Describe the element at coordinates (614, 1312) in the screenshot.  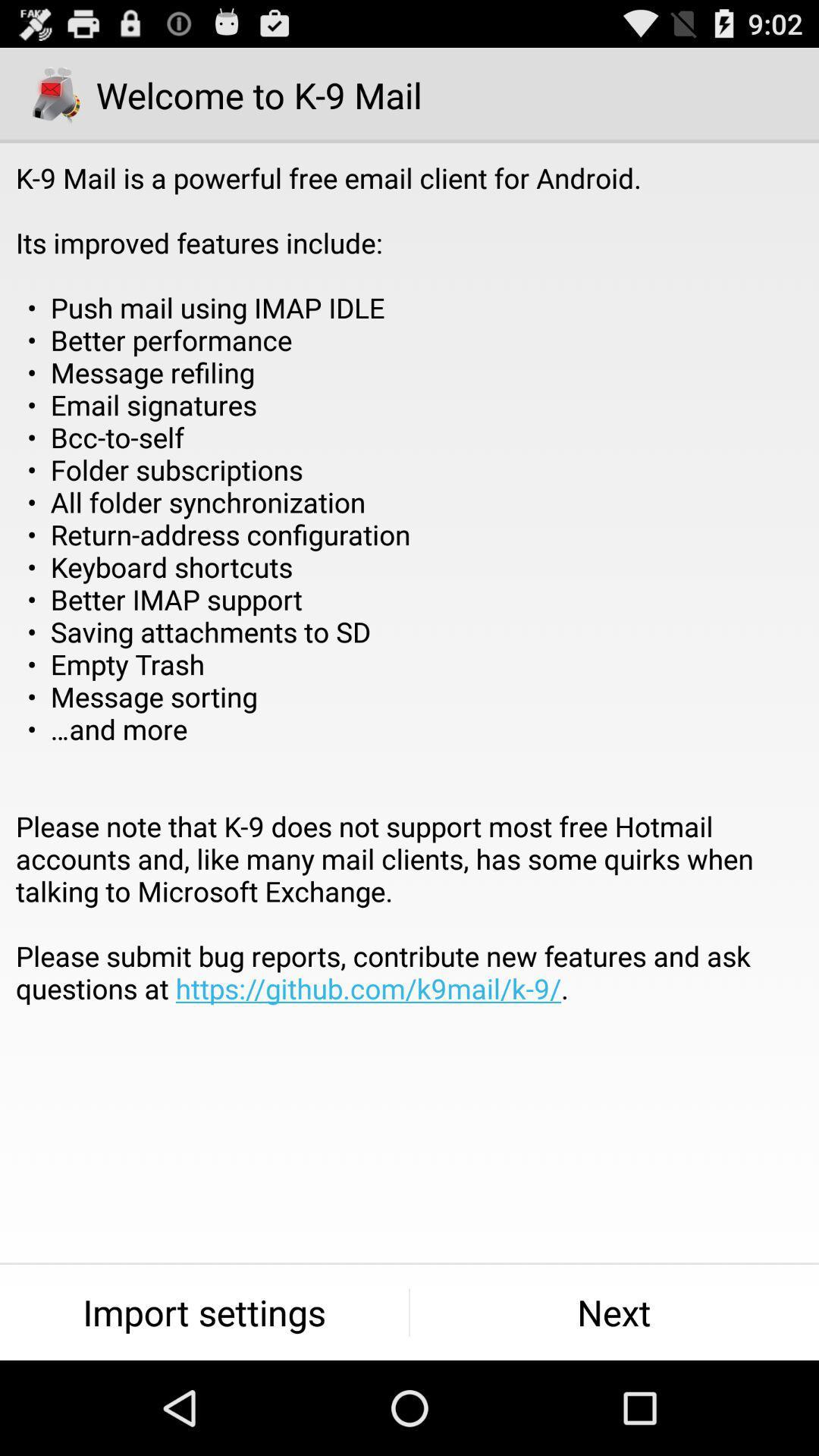
I see `the icon to the right of the import settings button` at that location.